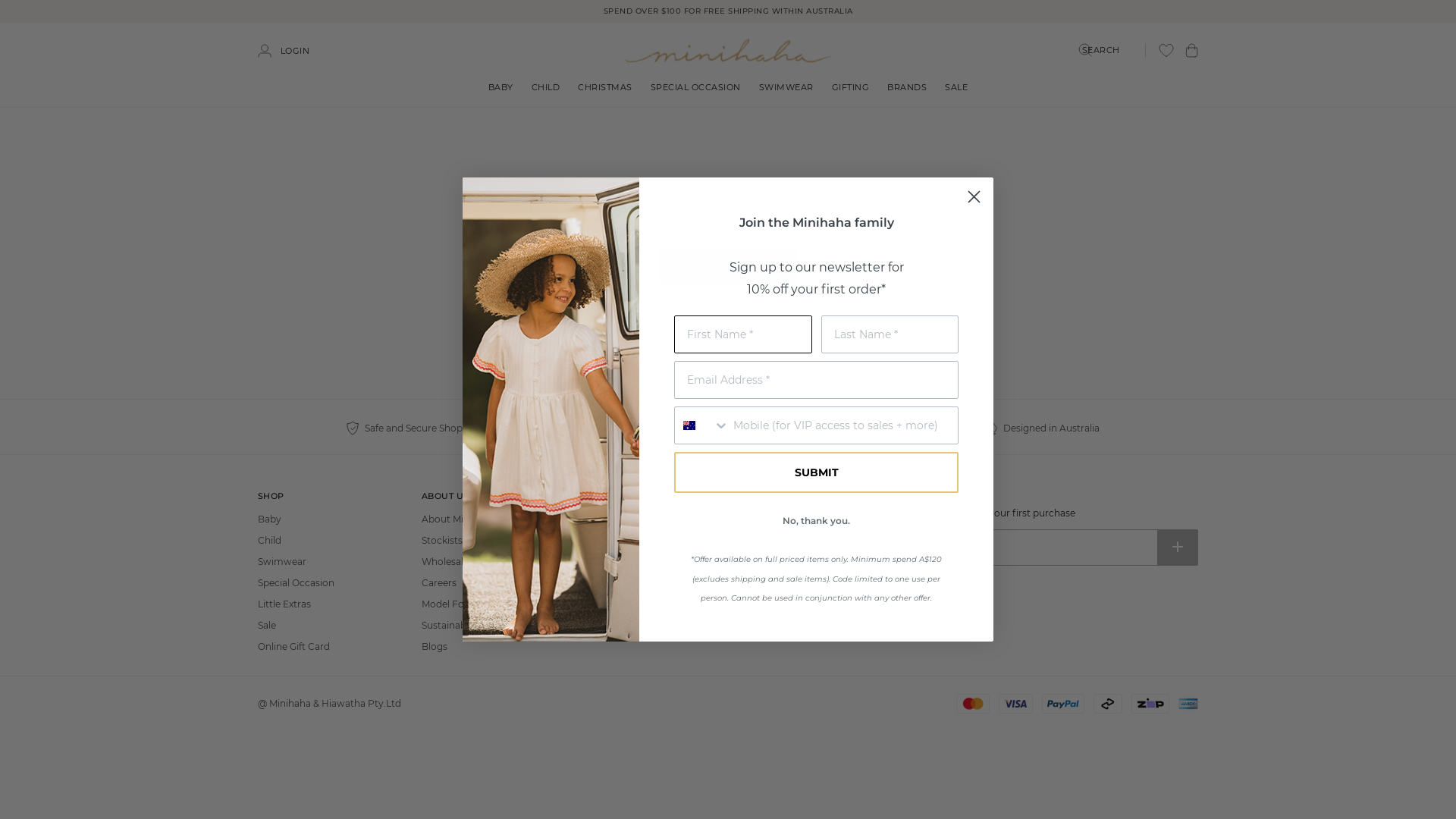  Describe the element at coordinates (296, 582) in the screenshot. I see `'Special Occasion'` at that location.